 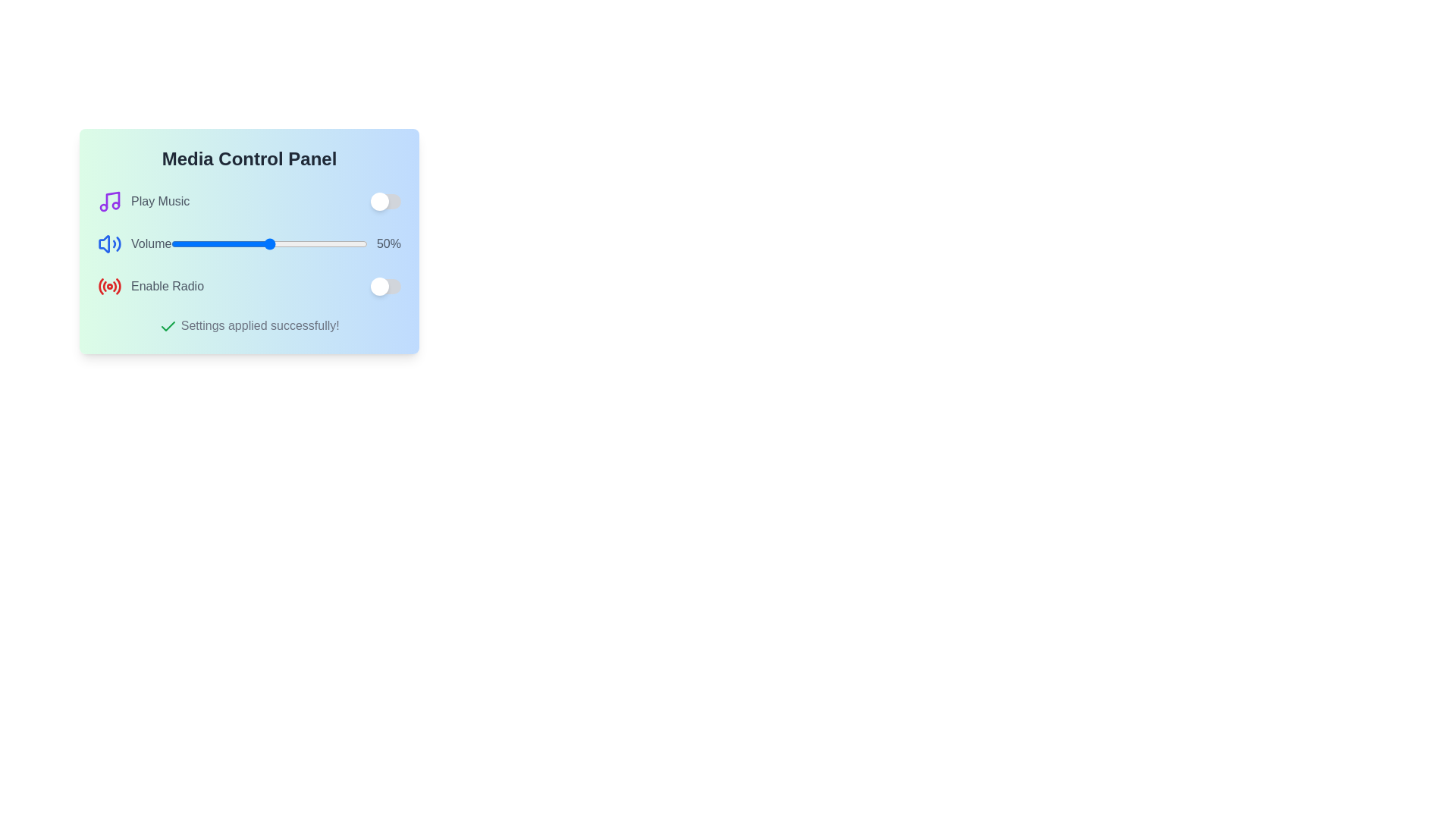 What do you see at coordinates (303, 243) in the screenshot?
I see `the slider` at bounding box center [303, 243].